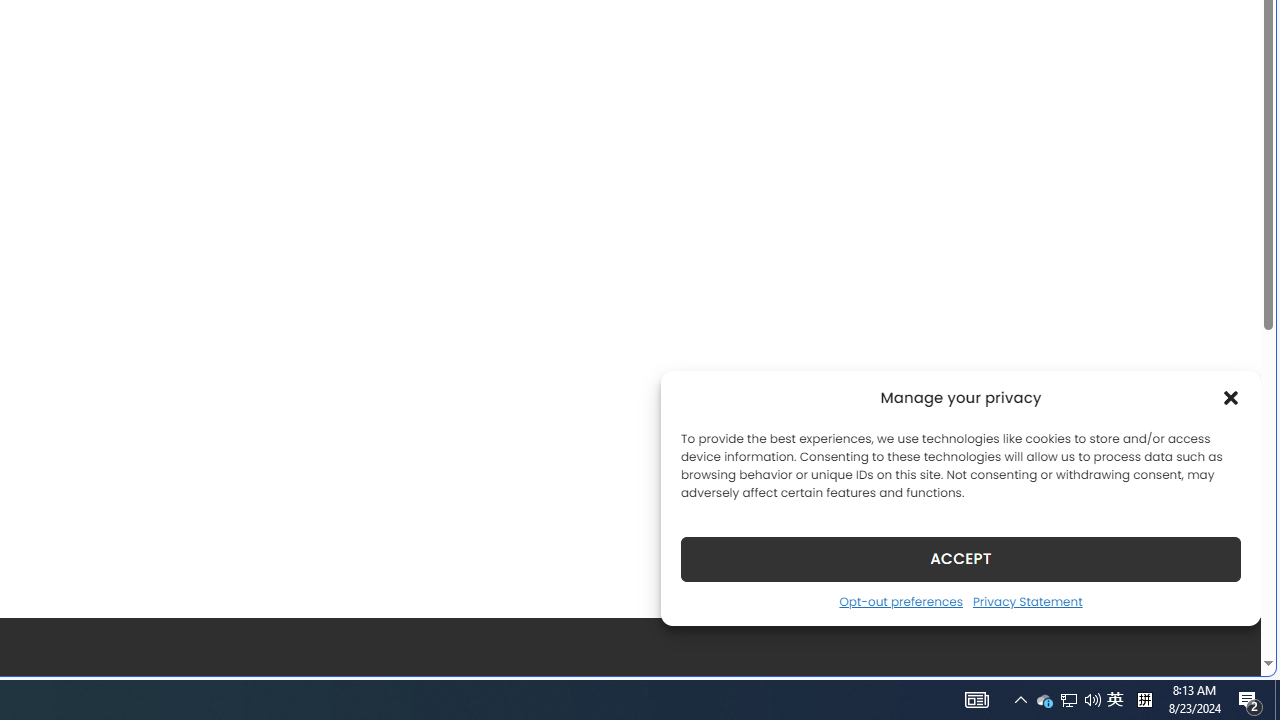  Describe the element at coordinates (1230, 397) in the screenshot. I see `'Class: cmplz-close'` at that location.